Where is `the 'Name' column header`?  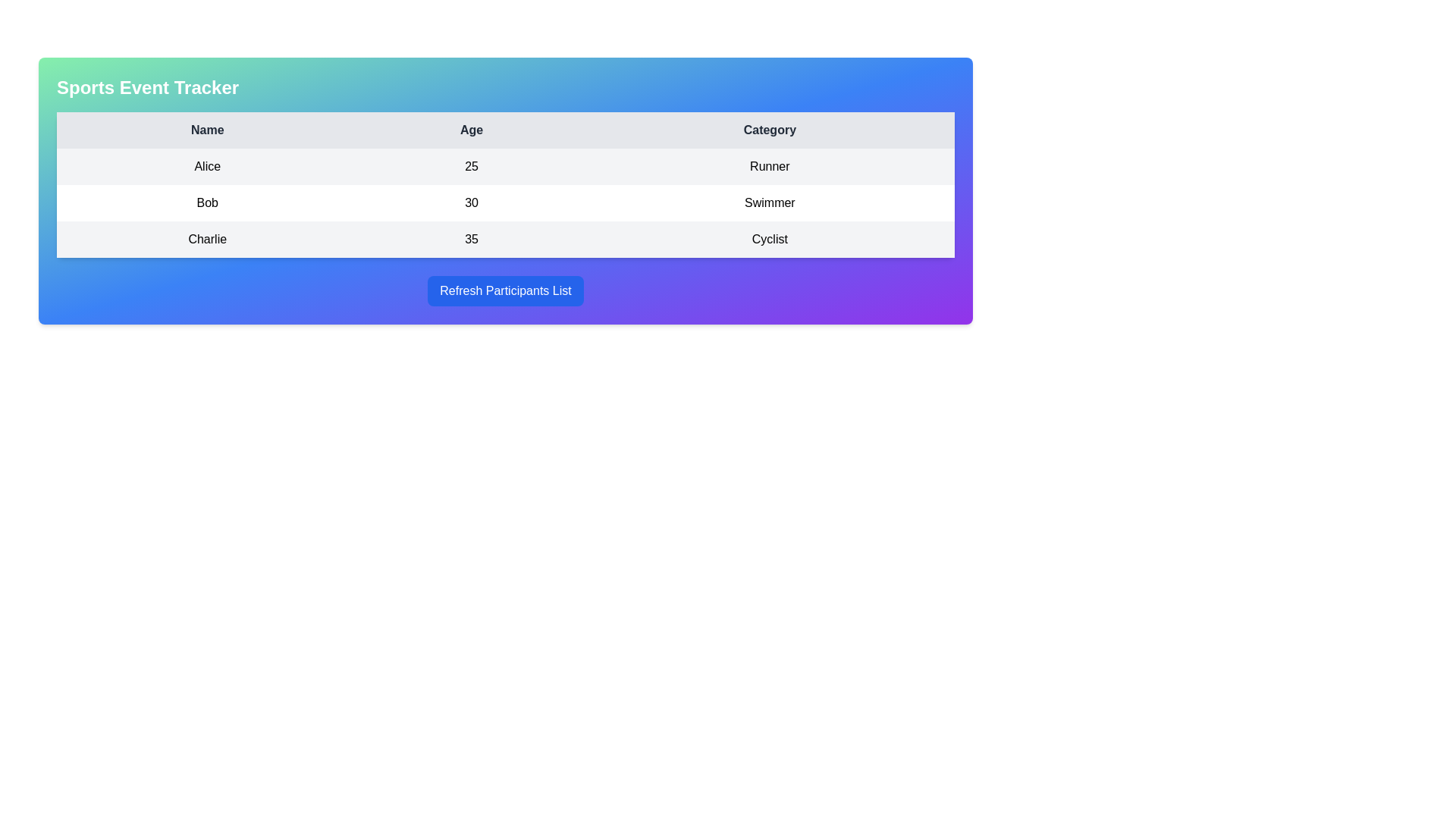 the 'Name' column header is located at coordinates (206, 130).